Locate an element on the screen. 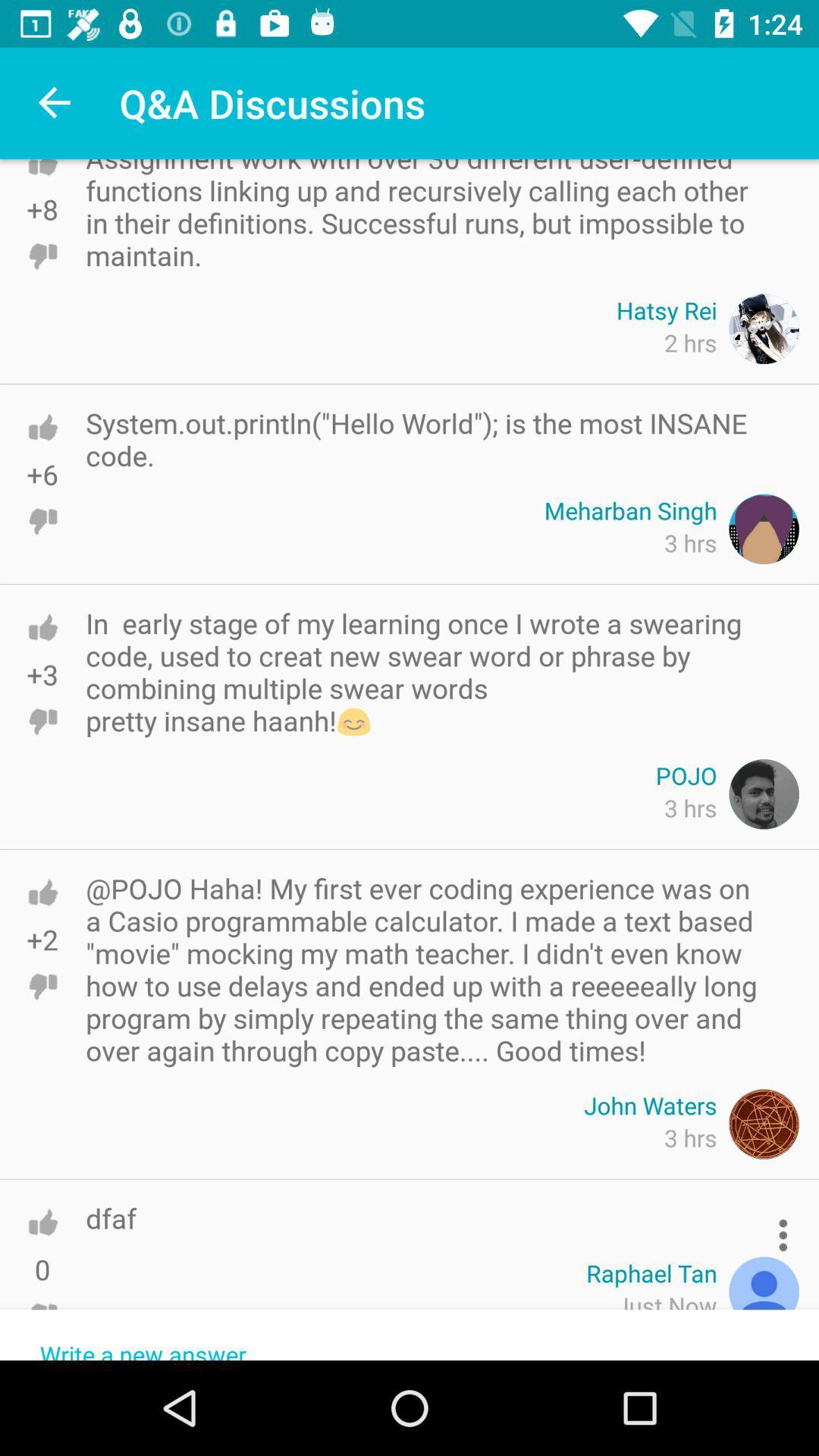  dislike displayed answer is located at coordinates (42, 1316).